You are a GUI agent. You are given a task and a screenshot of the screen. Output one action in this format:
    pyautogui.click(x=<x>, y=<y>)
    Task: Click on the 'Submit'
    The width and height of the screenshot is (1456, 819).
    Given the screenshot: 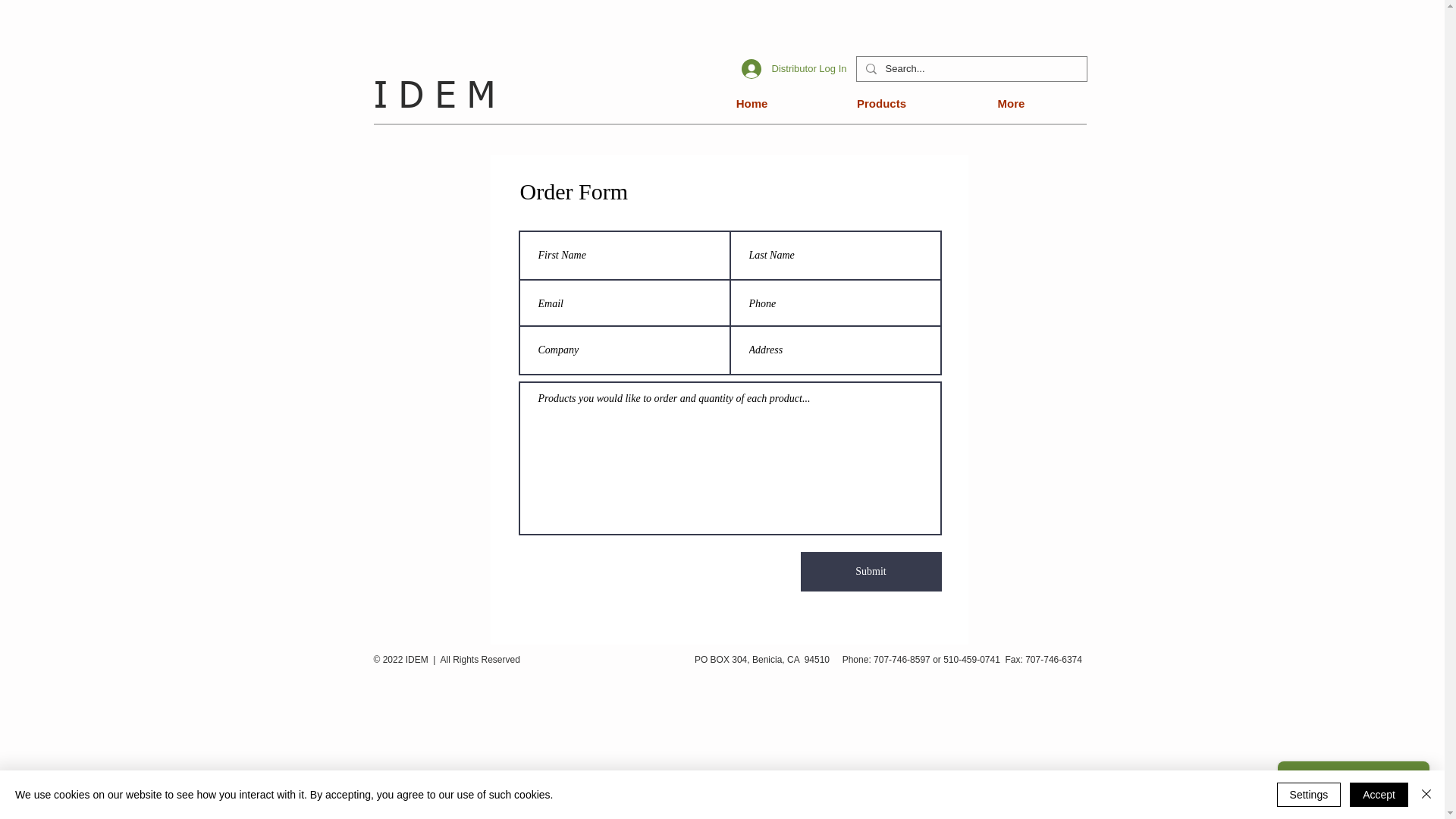 What is the action you would take?
    pyautogui.click(x=871, y=571)
    